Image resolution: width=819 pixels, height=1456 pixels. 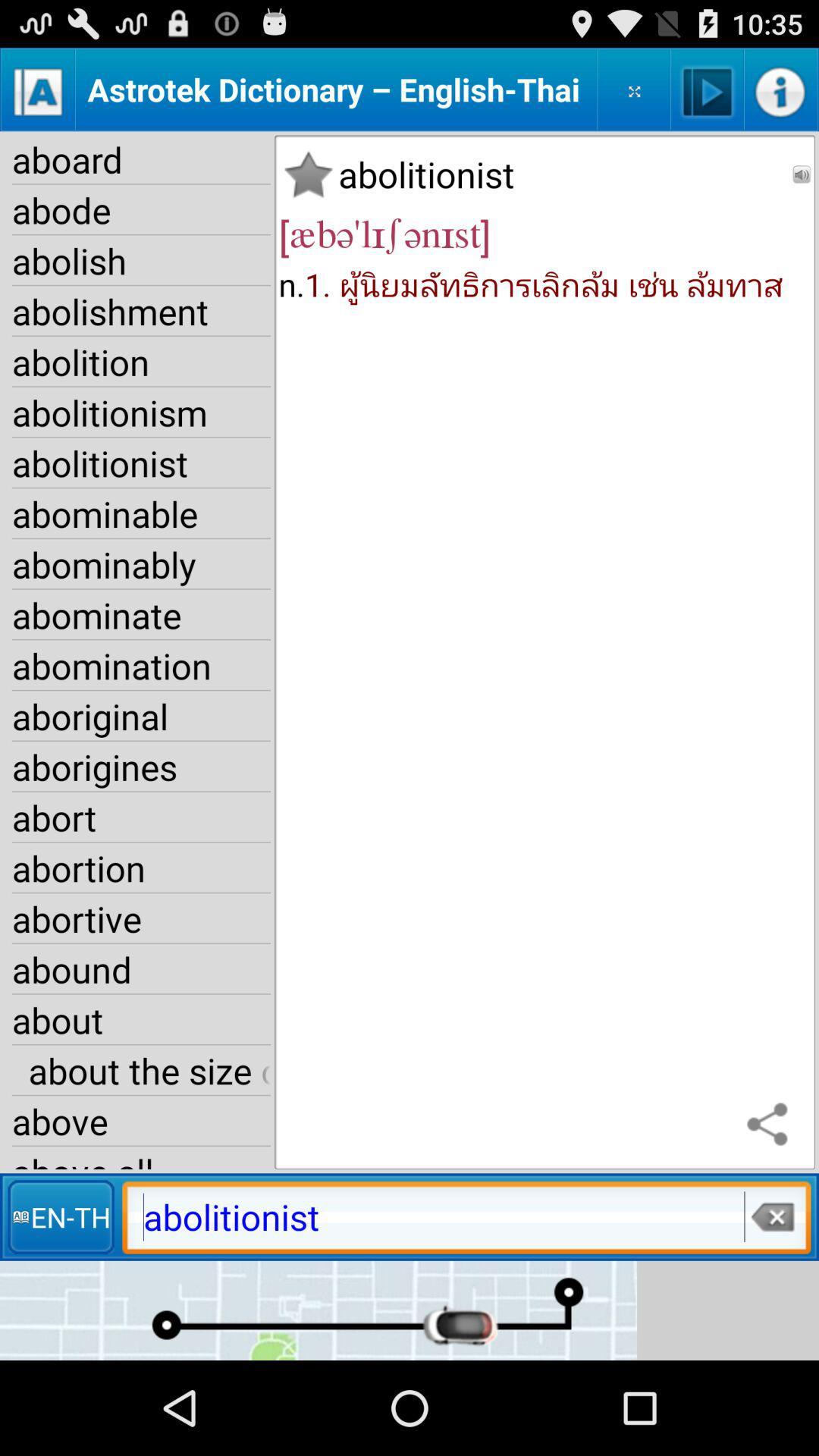 I want to click on get info about the app, so click(x=780, y=89).